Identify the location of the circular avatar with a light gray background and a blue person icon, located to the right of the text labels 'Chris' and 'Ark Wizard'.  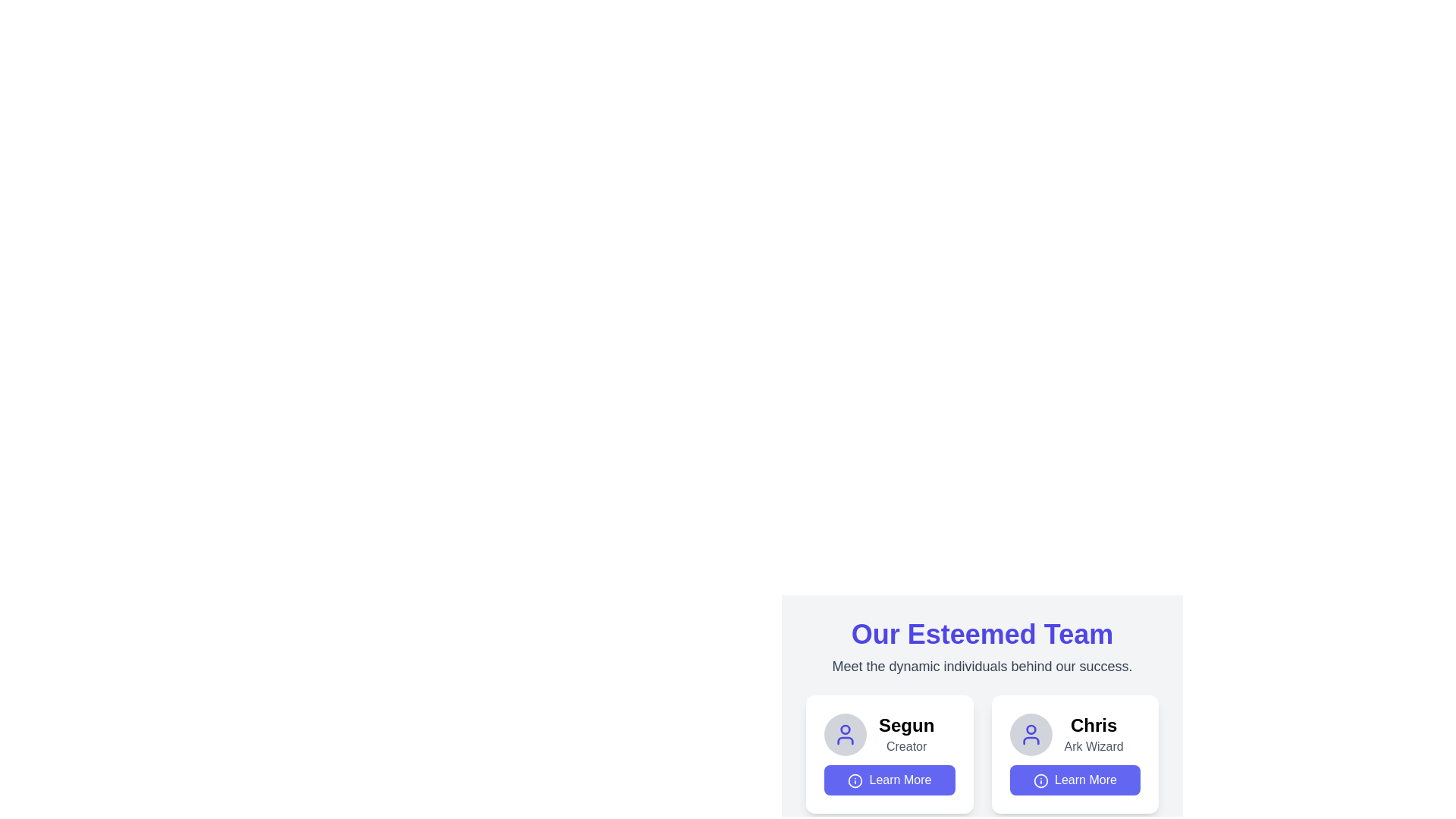
(1031, 733).